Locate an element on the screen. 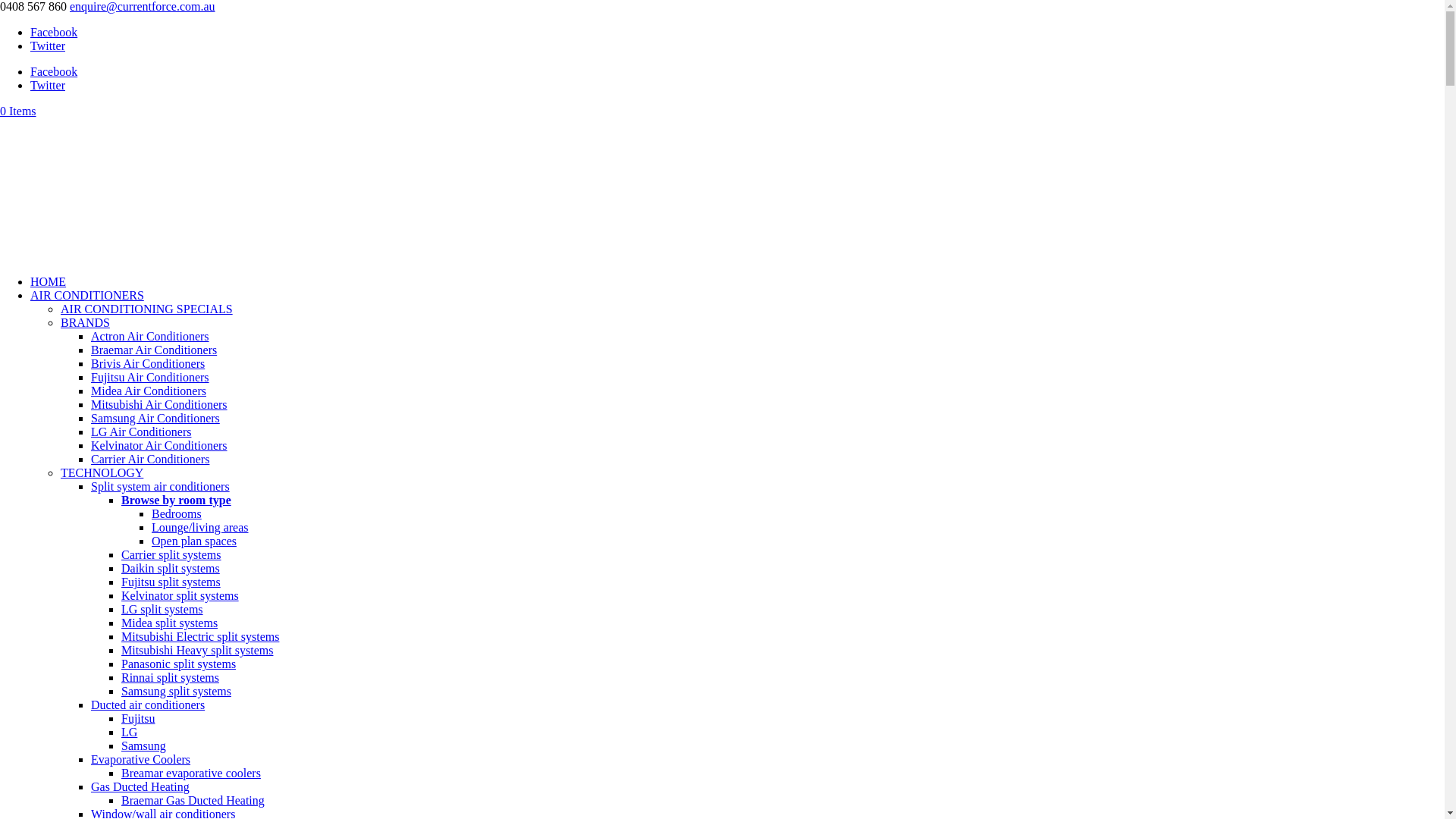 This screenshot has height=819, width=1456. 'BRANDS' is located at coordinates (61, 322).